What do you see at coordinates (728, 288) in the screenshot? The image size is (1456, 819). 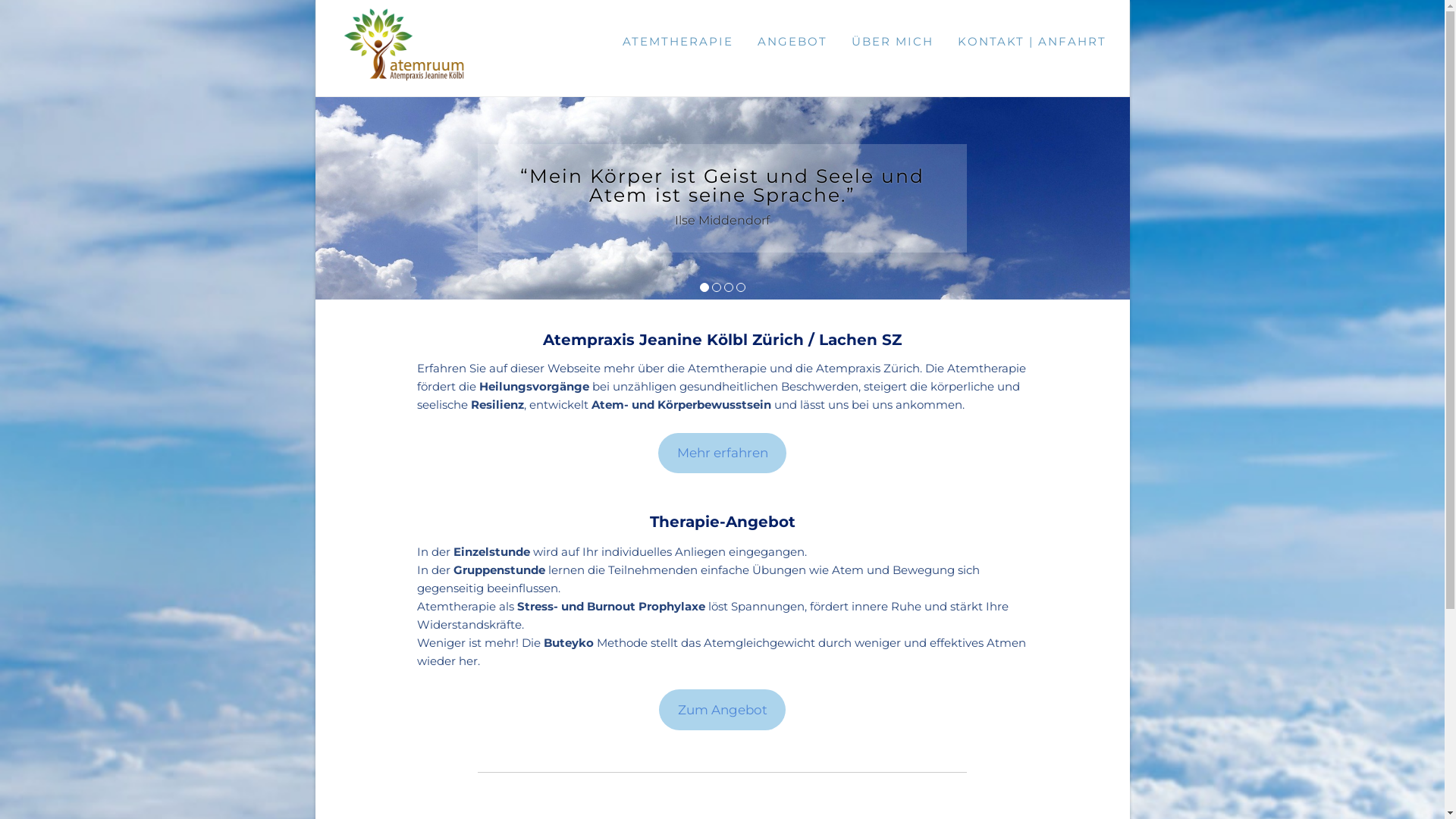 I see `'3'` at bounding box center [728, 288].